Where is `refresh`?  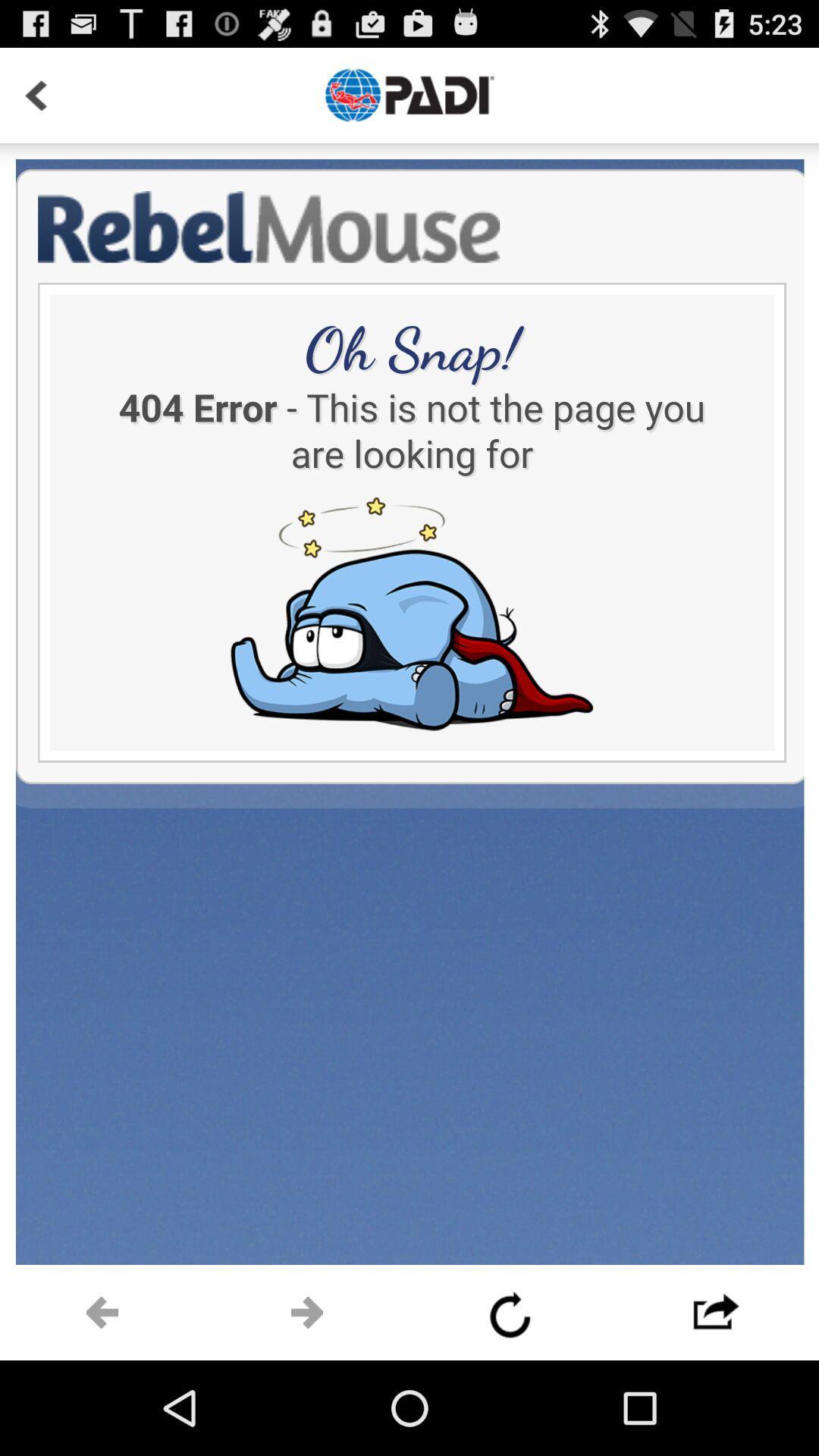
refresh is located at coordinates (512, 1312).